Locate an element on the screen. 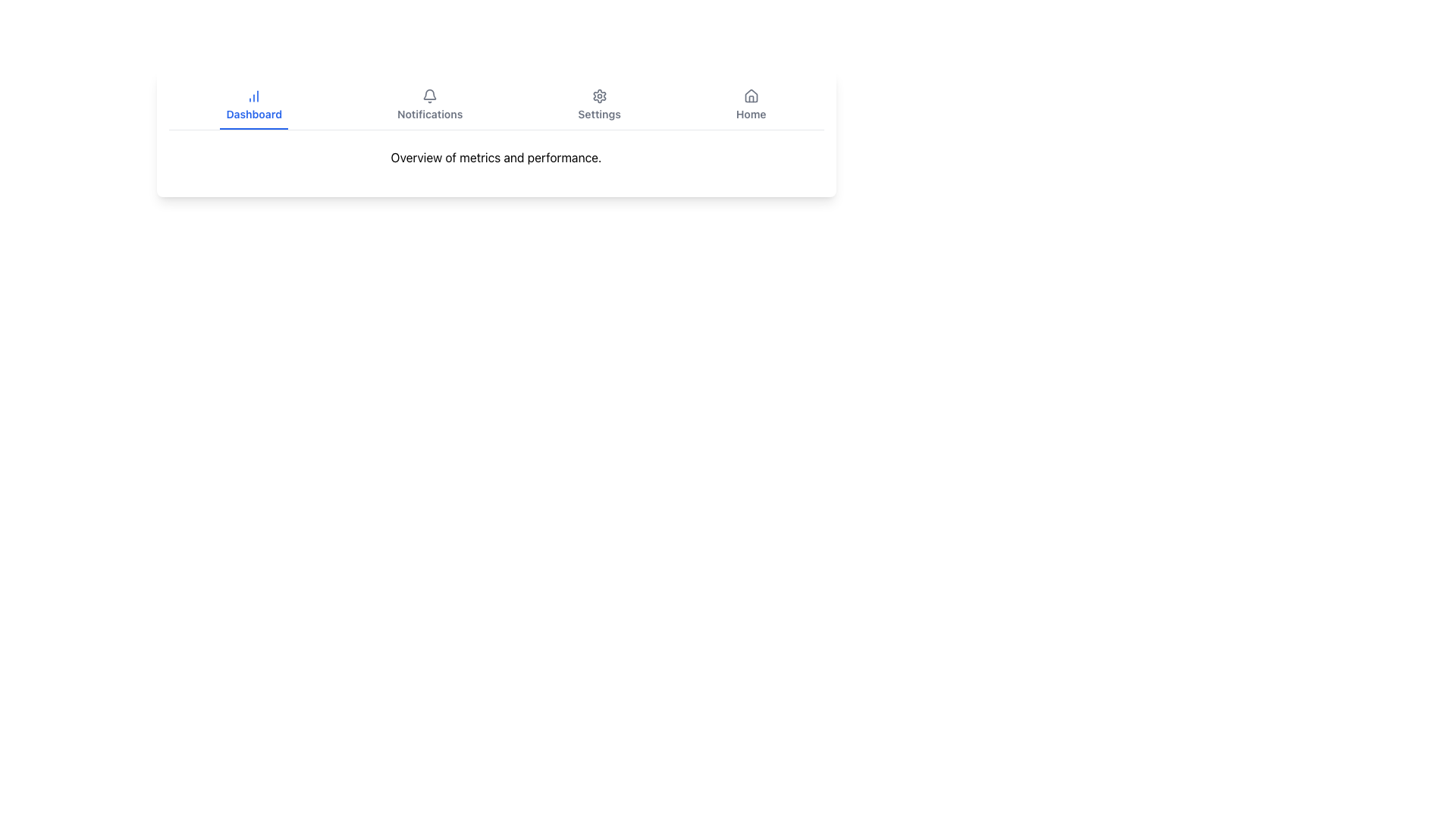 Image resolution: width=1456 pixels, height=819 pixels. the 'Settings' text label, which is styled with a small font size and bold weight, located beneath the settings icon in the navigation bar is located at coordinates (598, 113).